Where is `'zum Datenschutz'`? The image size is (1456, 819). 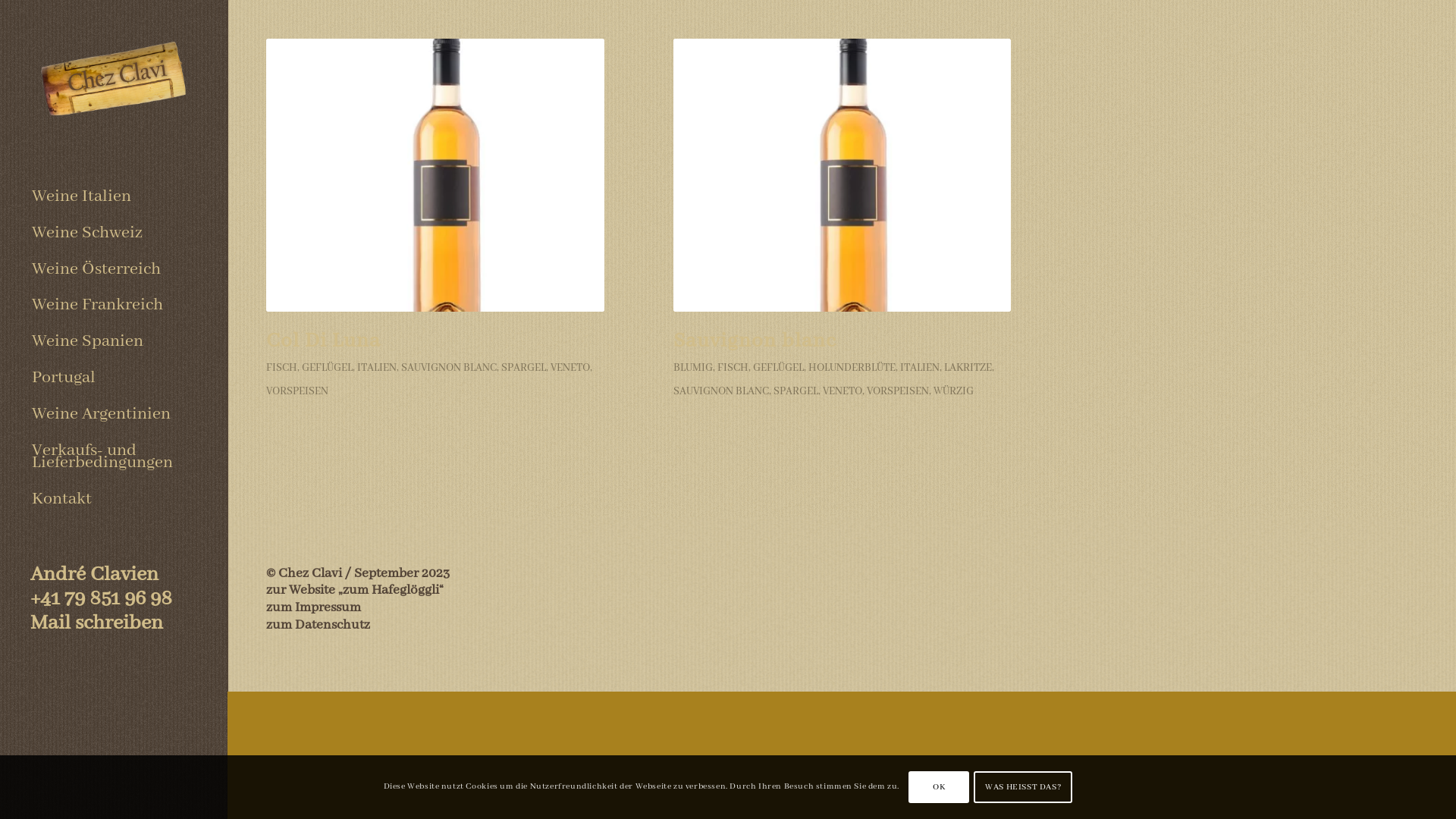 'zum Datenschutz' is located at coordinates (317, 625).